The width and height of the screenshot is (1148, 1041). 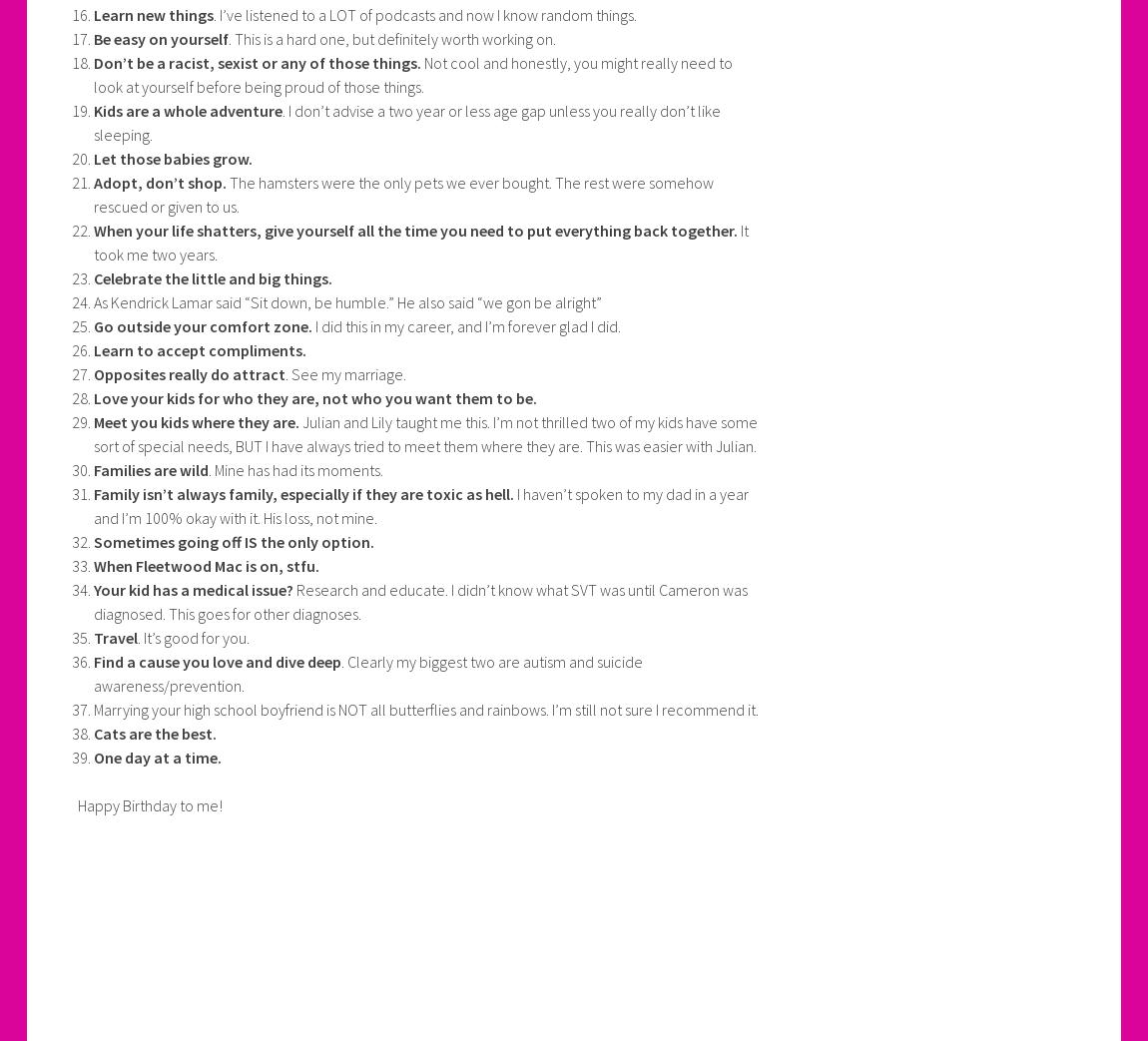 I want to click on 'Meet you kids where they are.', so click(x=194, y=422).